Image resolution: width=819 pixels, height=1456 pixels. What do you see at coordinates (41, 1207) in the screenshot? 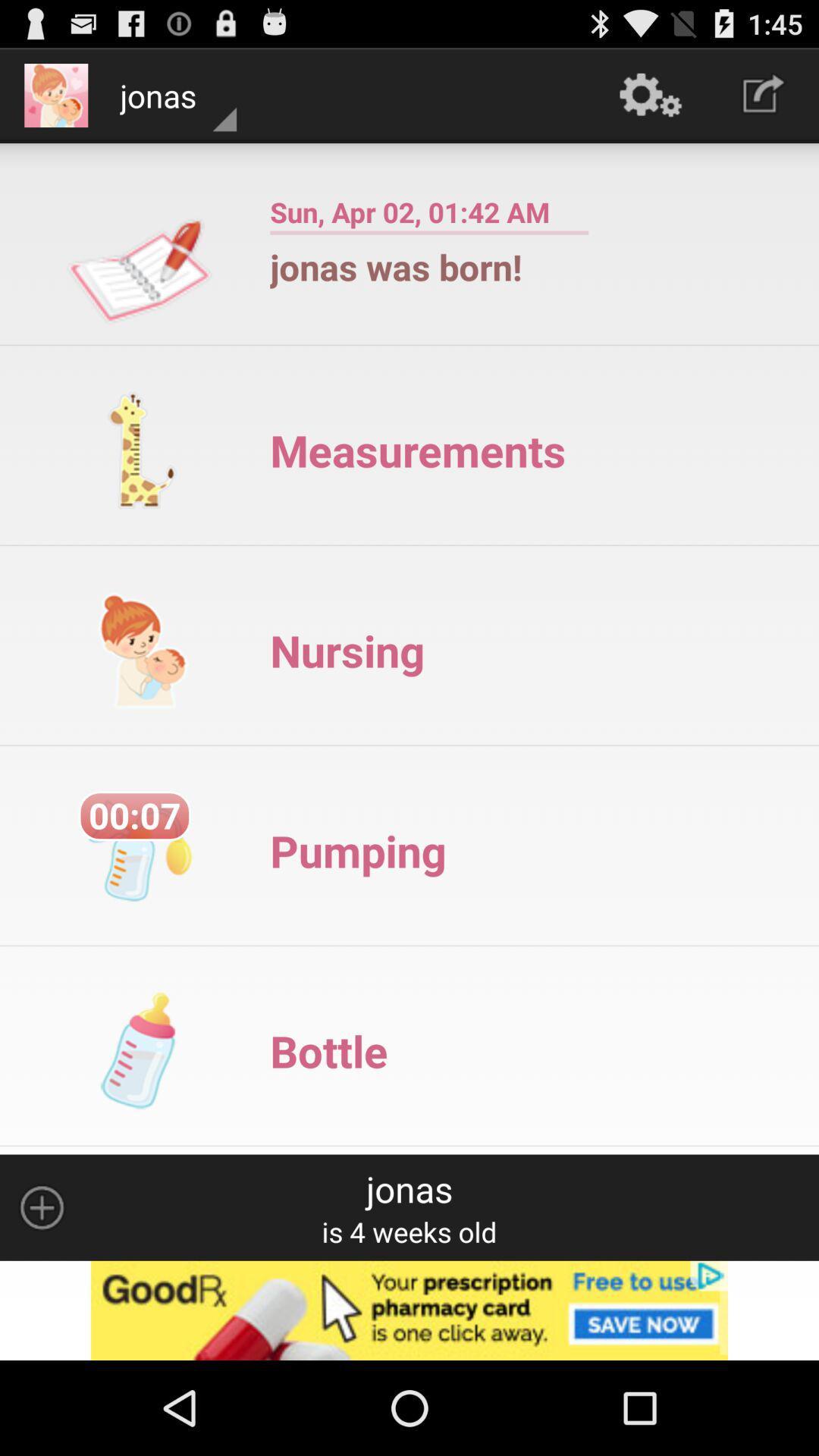
I see `another person` at bounding box center [41, 1207].